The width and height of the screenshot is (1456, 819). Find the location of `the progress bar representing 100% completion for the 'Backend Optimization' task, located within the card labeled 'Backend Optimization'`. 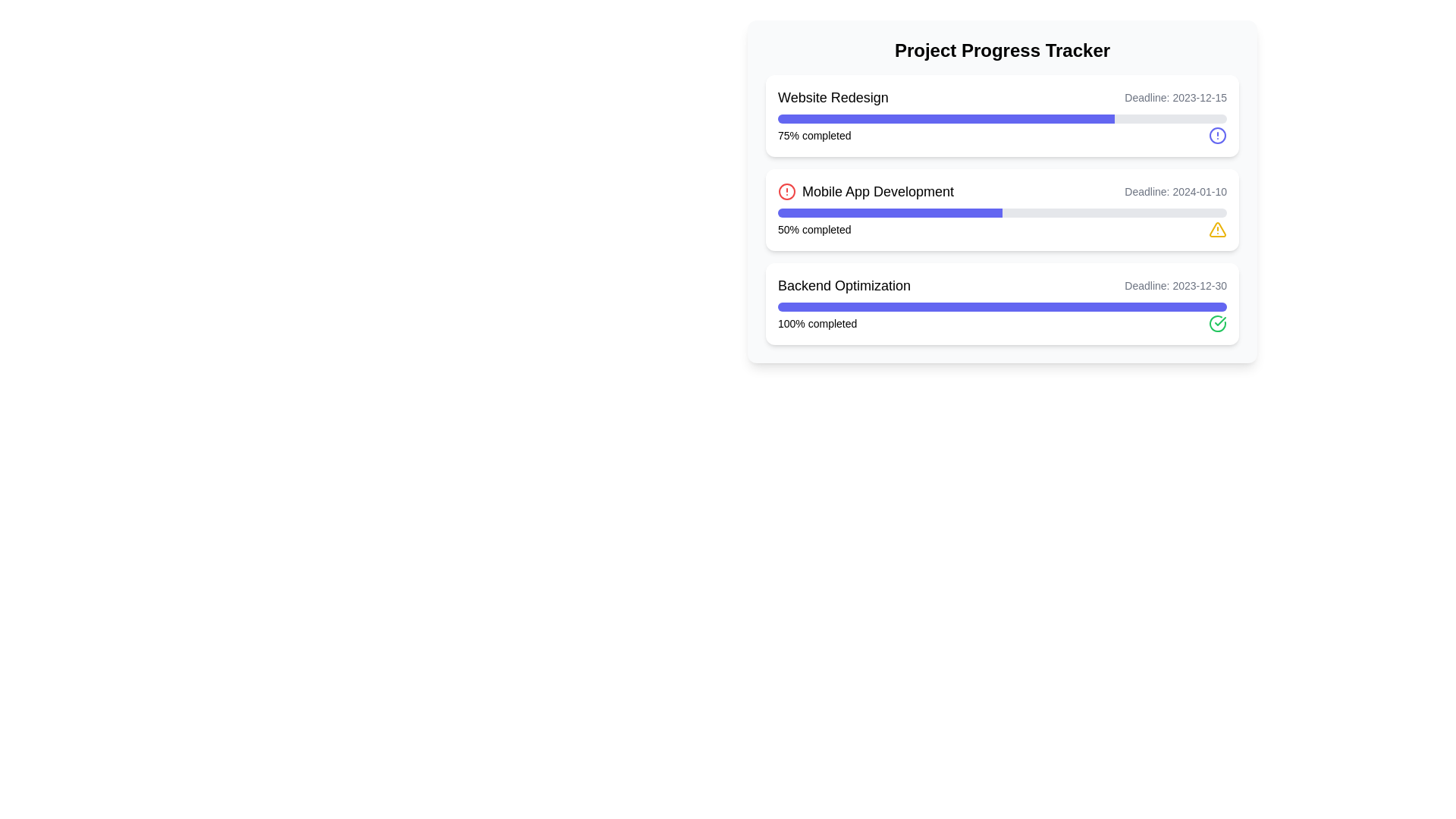

the progress bar representing 100% completion for the 'Backend Optimization' task, located within the card labeled 'Backend Optimization' is located at coordinates (1002, 307).